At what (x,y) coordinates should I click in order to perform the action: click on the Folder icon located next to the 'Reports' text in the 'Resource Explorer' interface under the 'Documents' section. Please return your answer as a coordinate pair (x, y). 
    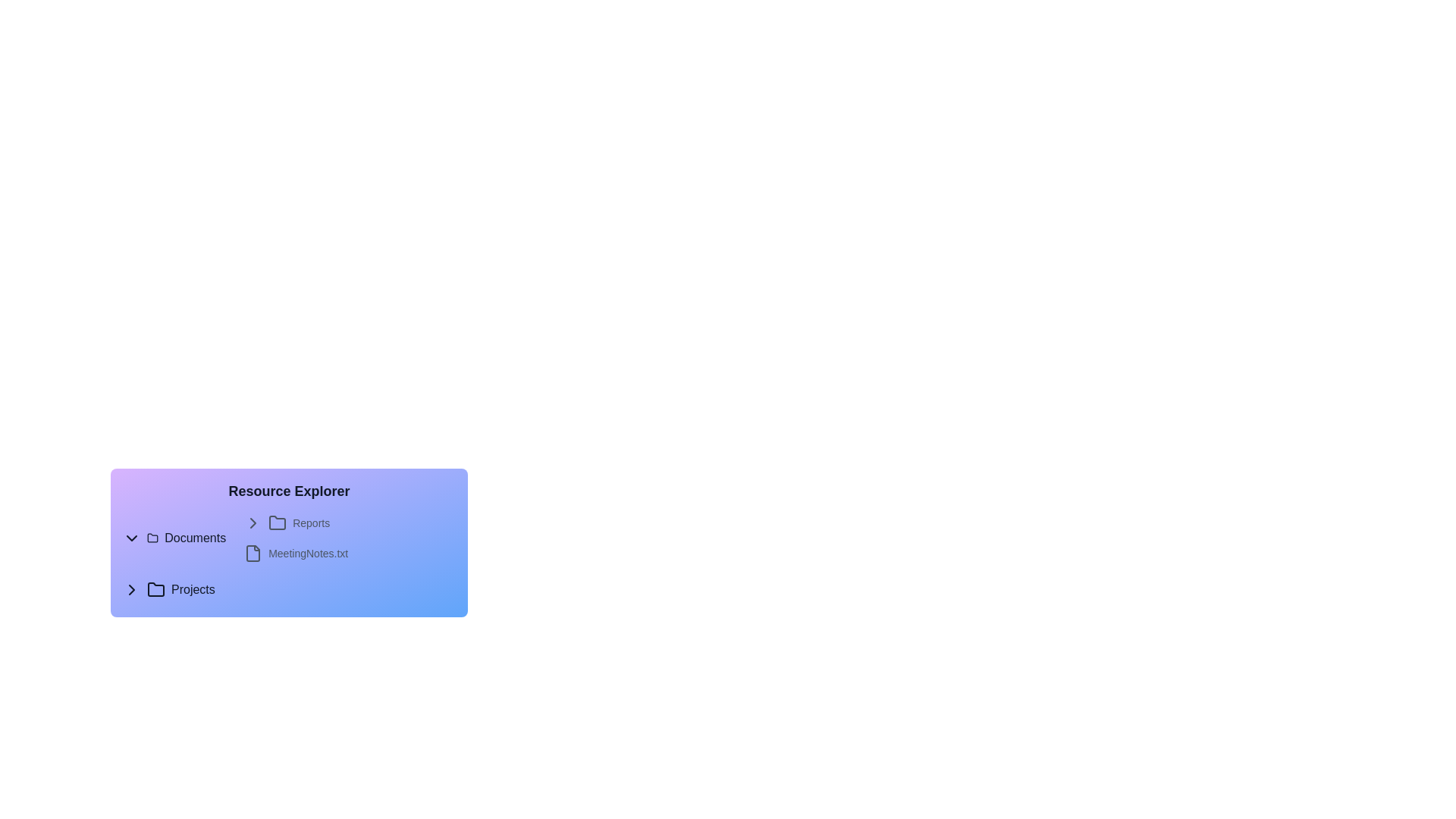
    Looking at the image, I should click on (152, 537).